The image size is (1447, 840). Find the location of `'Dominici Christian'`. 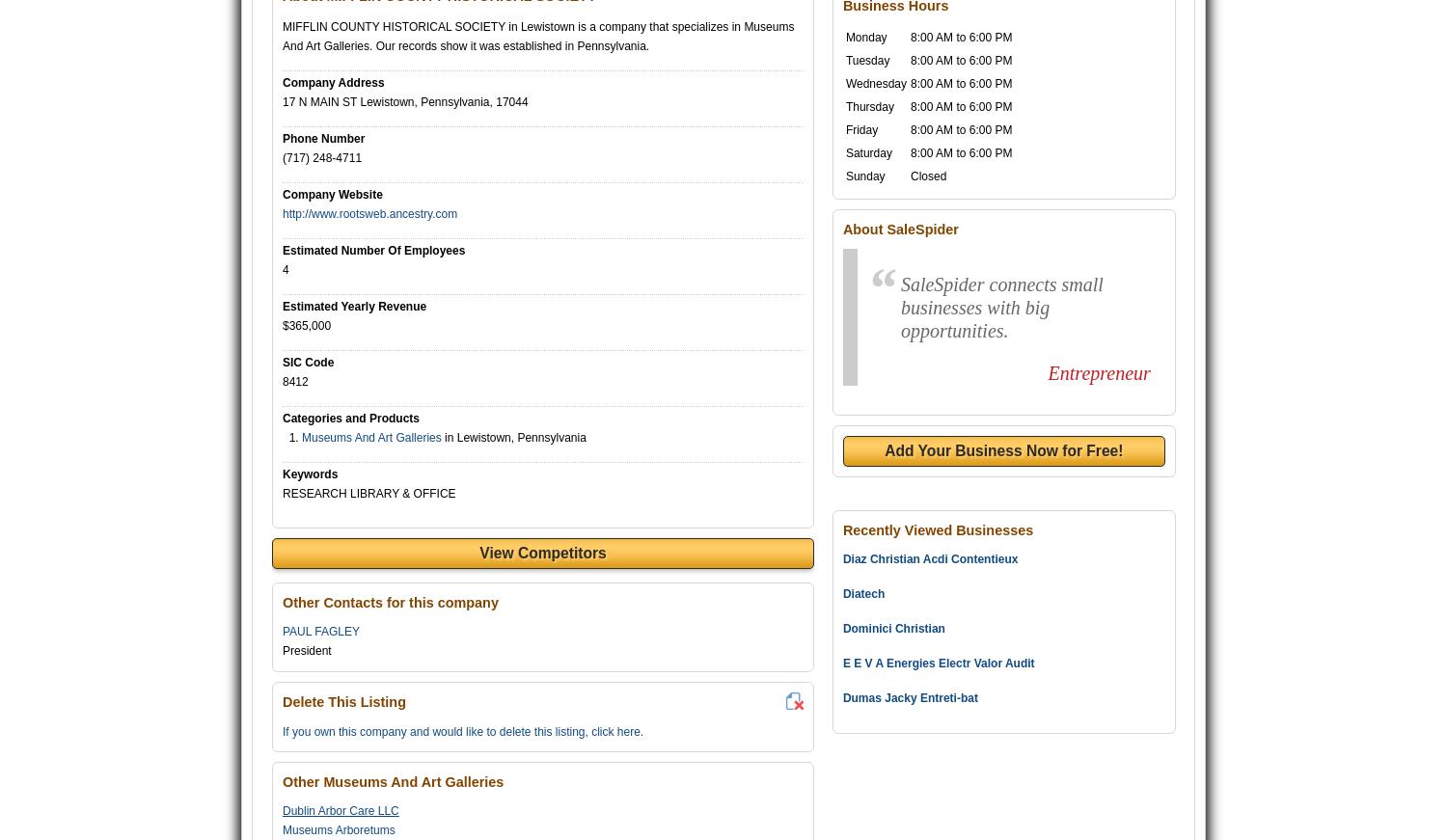

'Dominici Christian' is located at coordinates (892, 628).